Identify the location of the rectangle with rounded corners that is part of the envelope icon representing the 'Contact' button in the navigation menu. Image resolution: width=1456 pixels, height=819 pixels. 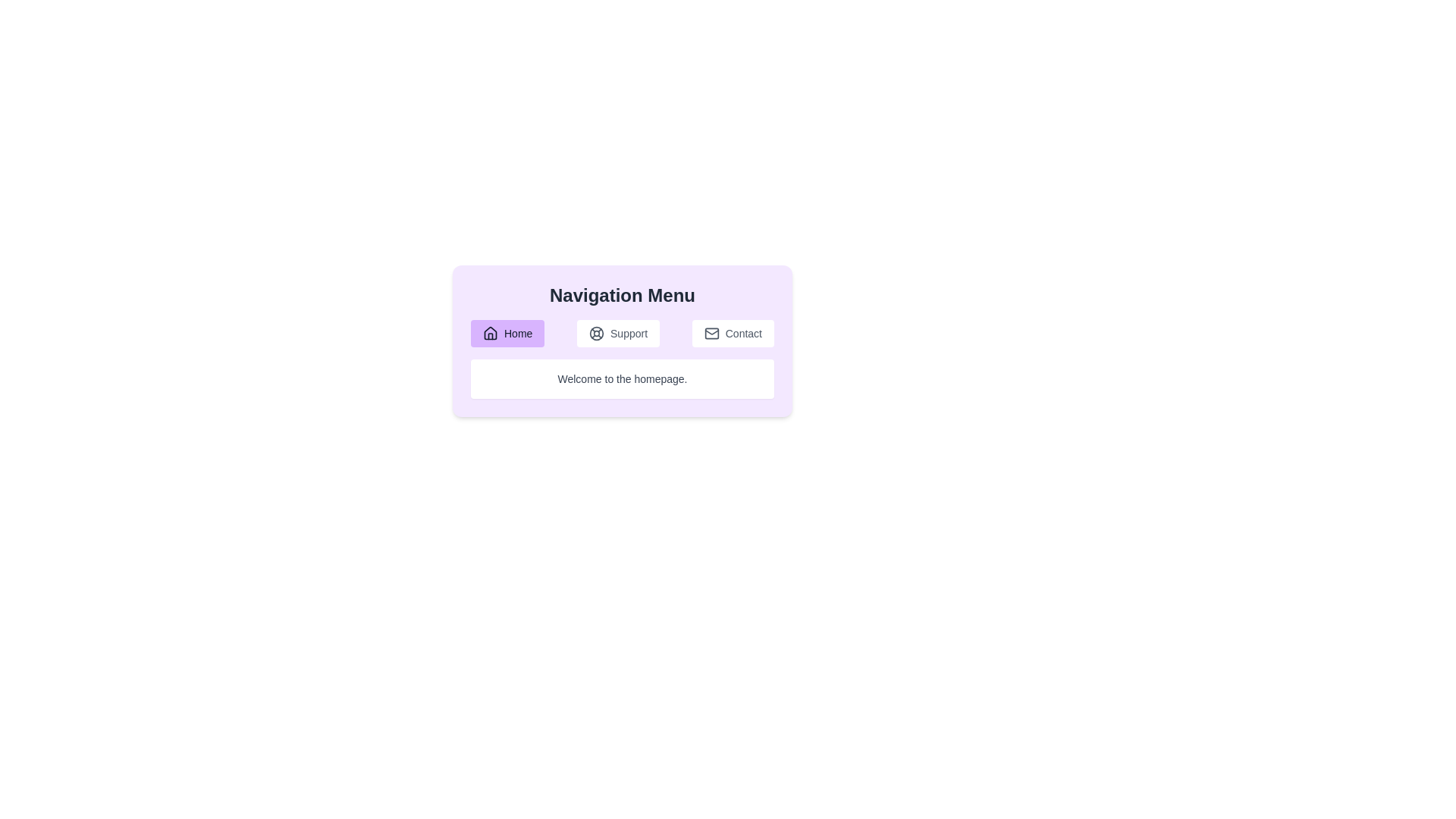
(711, 332).